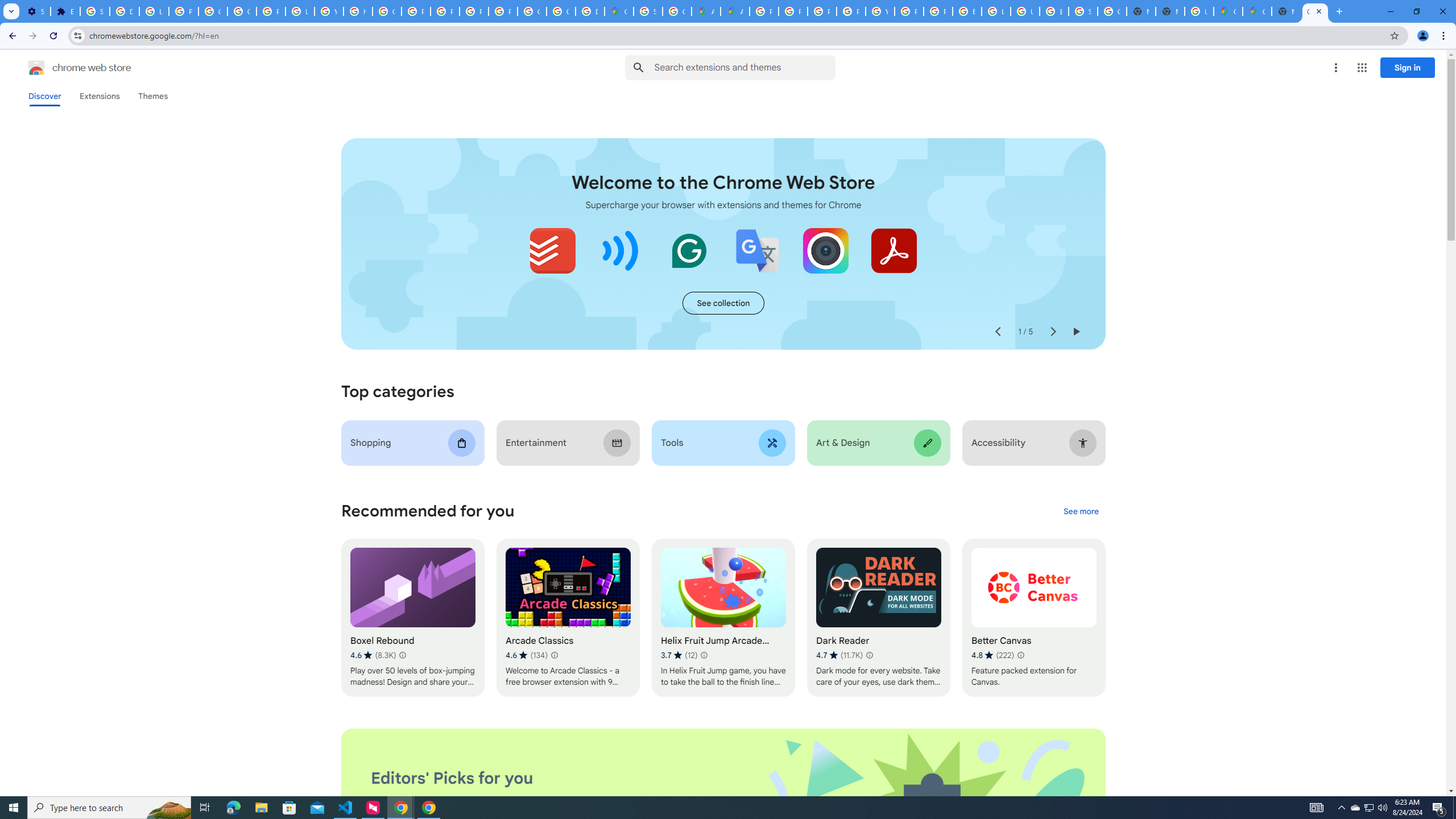 The width and height of the screenshot is (1456, 819). What do you see at coordinates (1052, 331) in the screenshot?
I see `'Next slide'` at bounding box center [1052, 331].